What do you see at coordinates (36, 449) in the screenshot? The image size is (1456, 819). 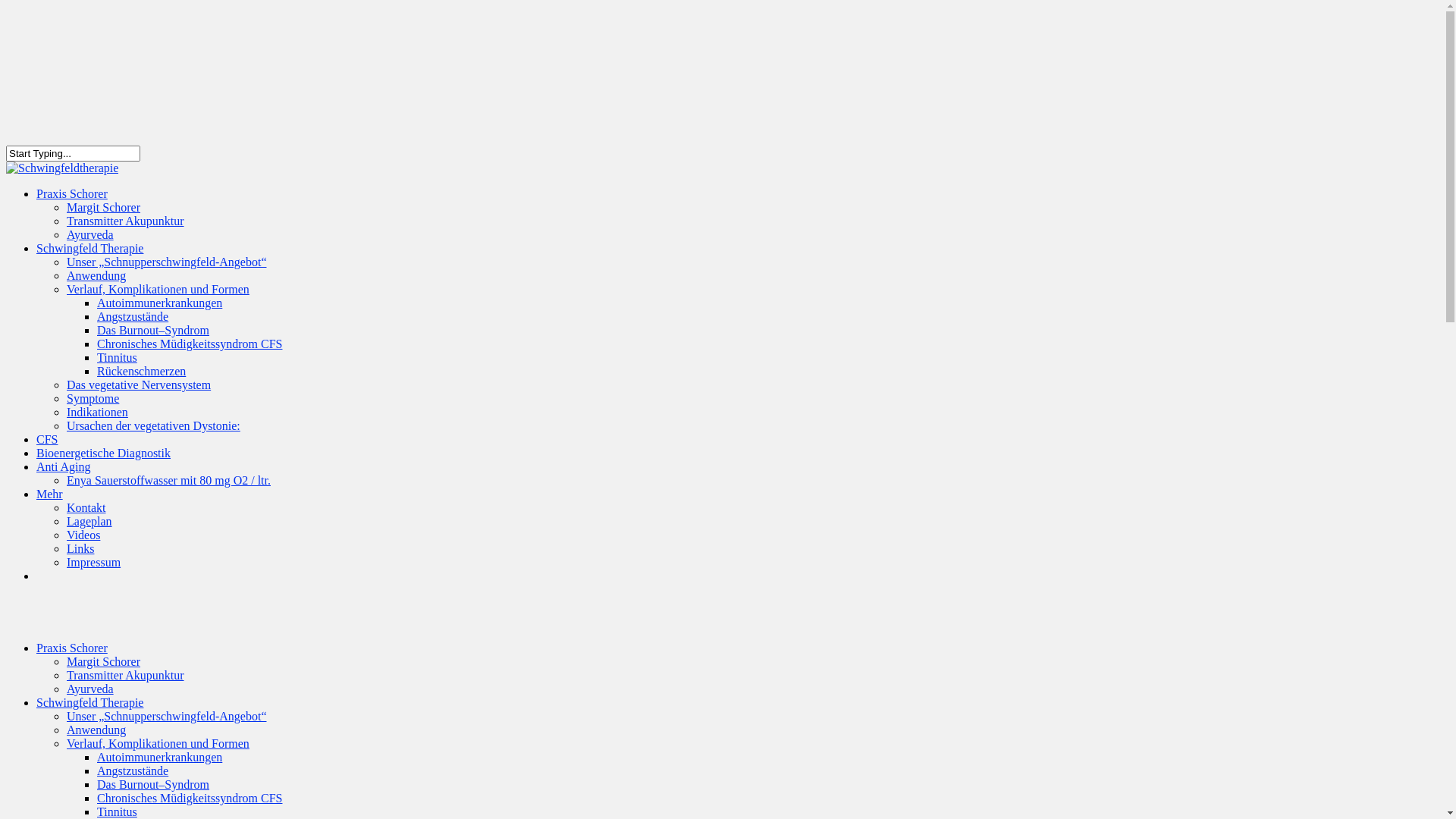 I see `'CFS'` at bounding box center [36, 449].